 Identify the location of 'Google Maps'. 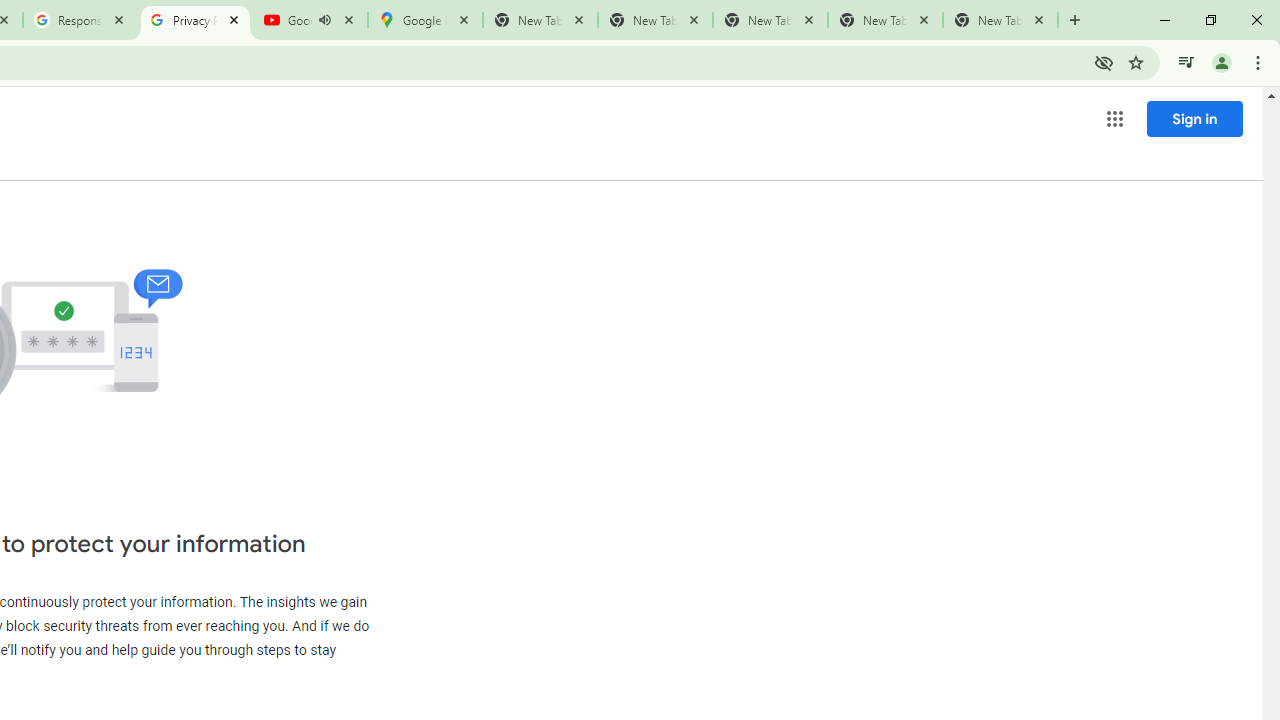
(423, 20).